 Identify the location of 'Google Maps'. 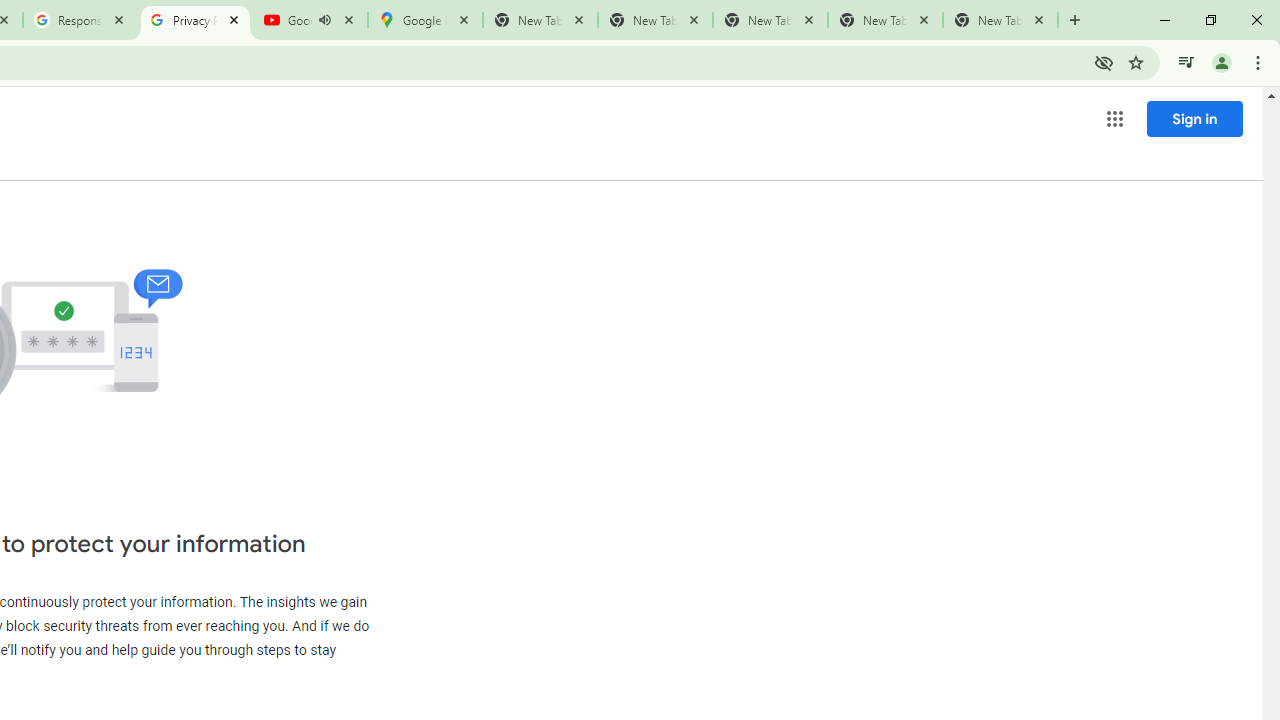
(423, 20).